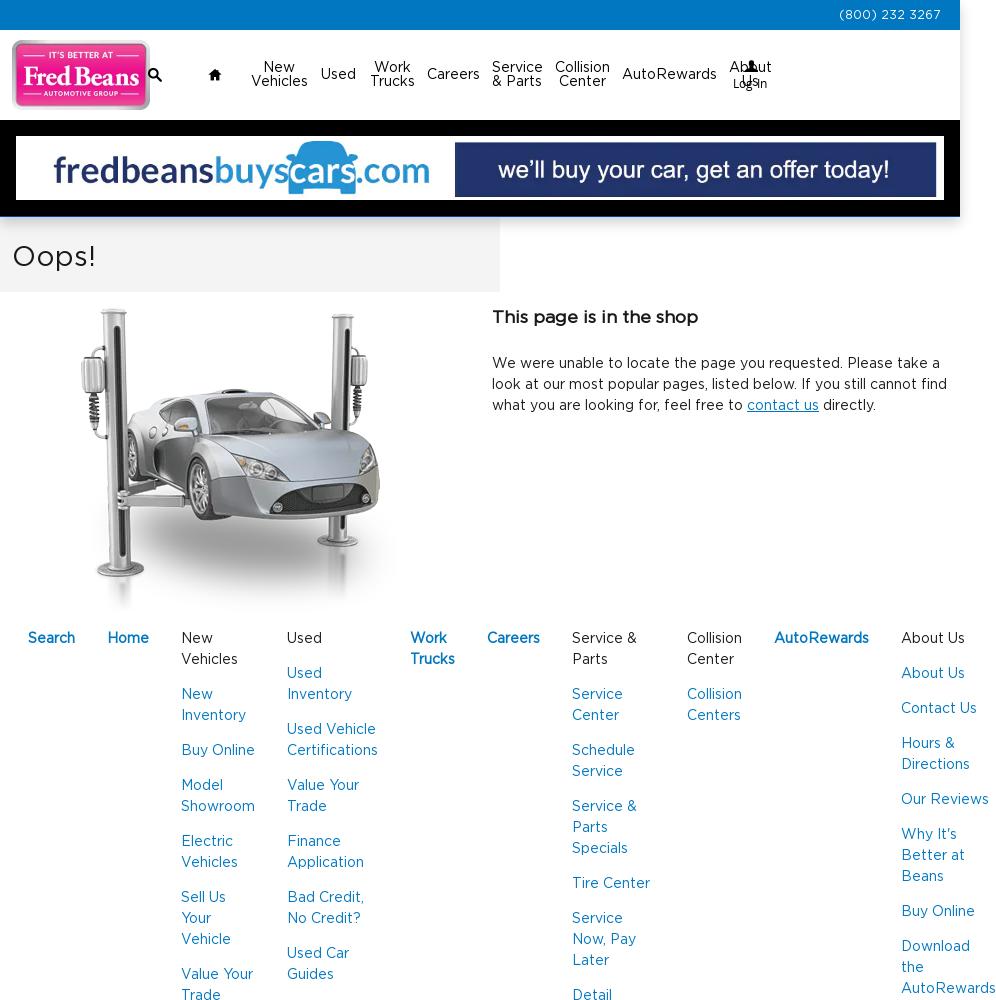 This screenshot has width=996, height=1000. Describe the element at coordinates (595, 317) in the screenshot. I see `'This page is in the shop'` at that location.